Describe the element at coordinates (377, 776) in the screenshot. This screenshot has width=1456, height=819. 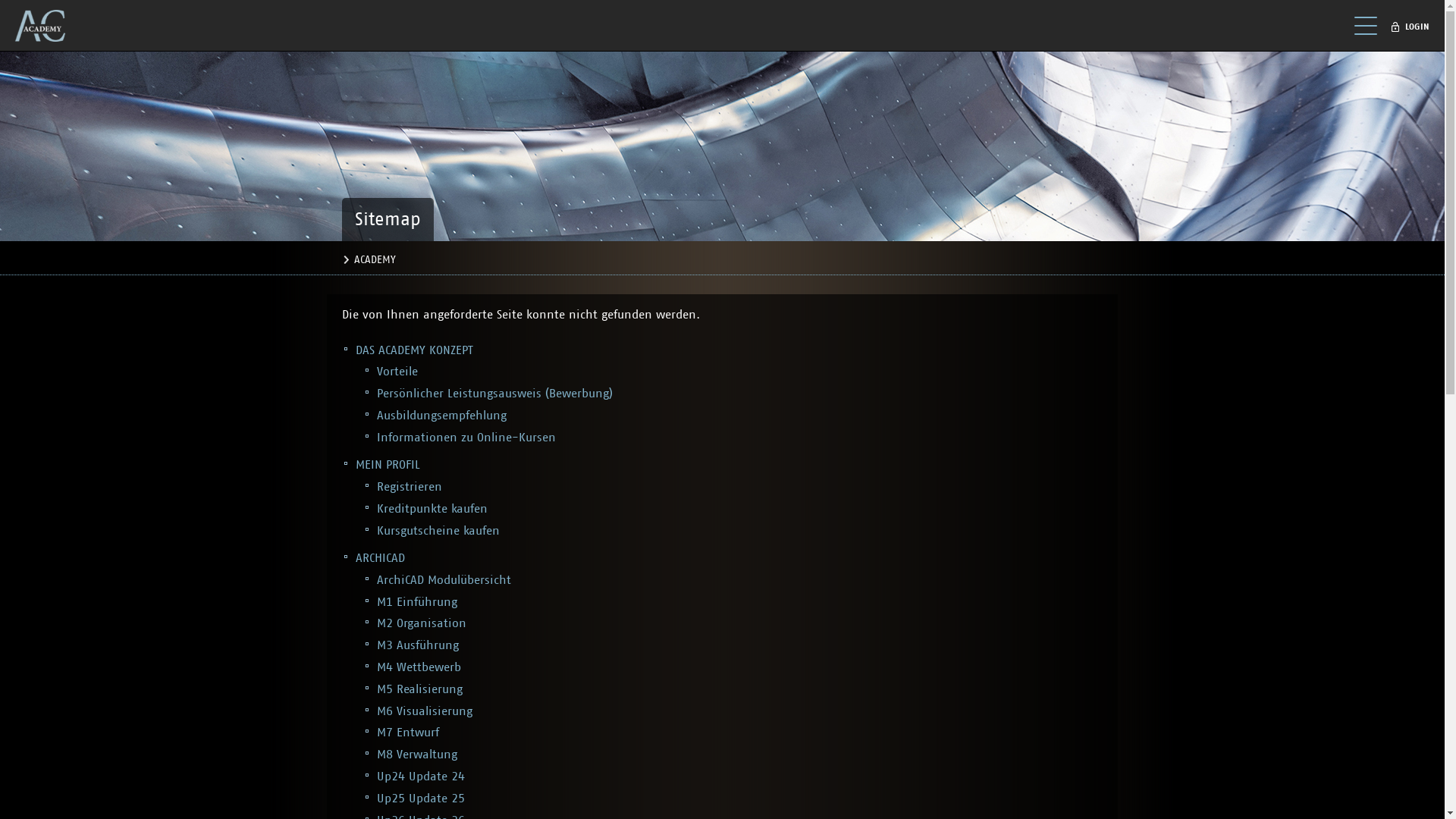
I see `'Up24 Update 24'` at that location.